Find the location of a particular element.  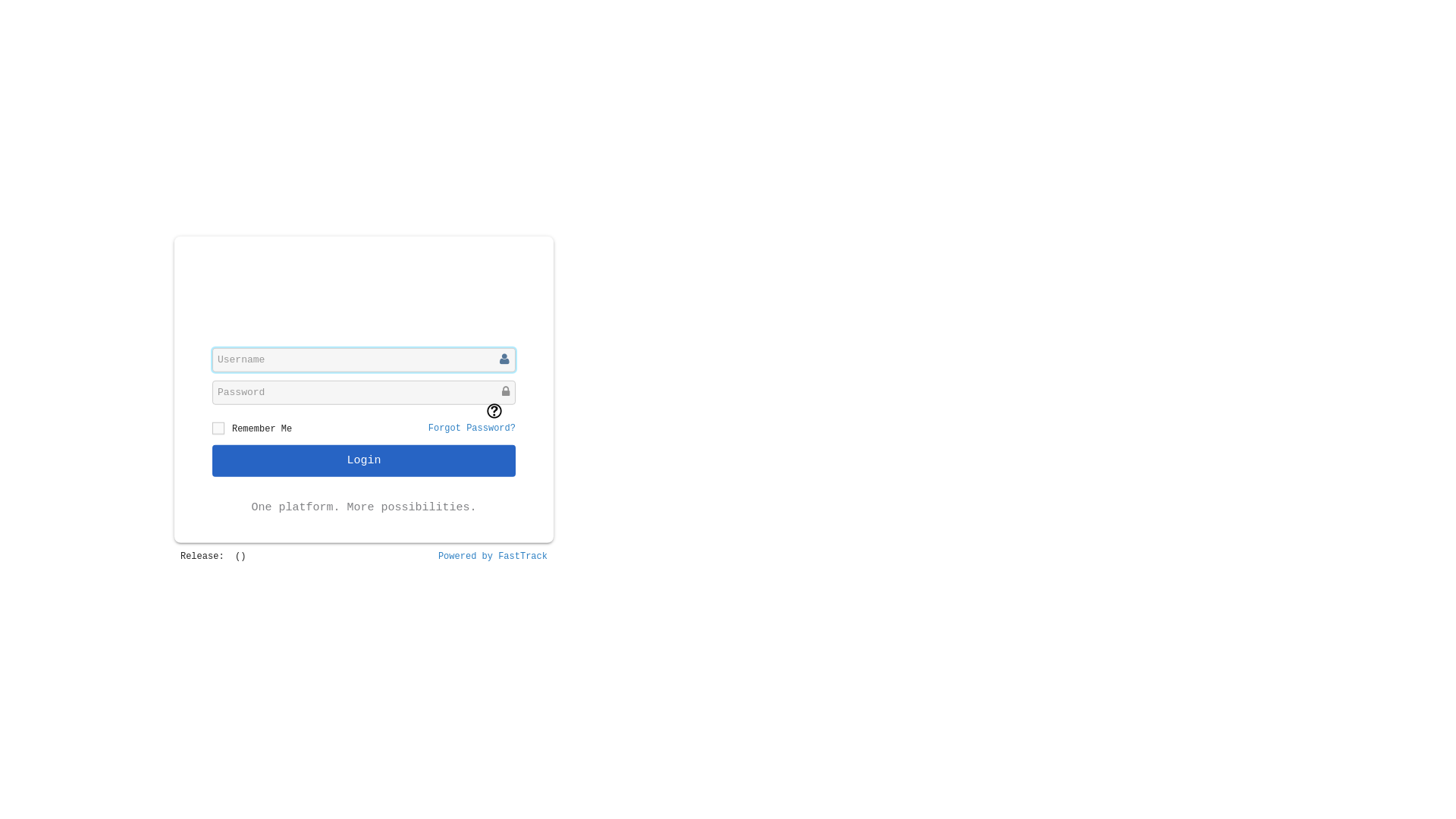

'Forgot Password?' is located at coordinates (471, 427).